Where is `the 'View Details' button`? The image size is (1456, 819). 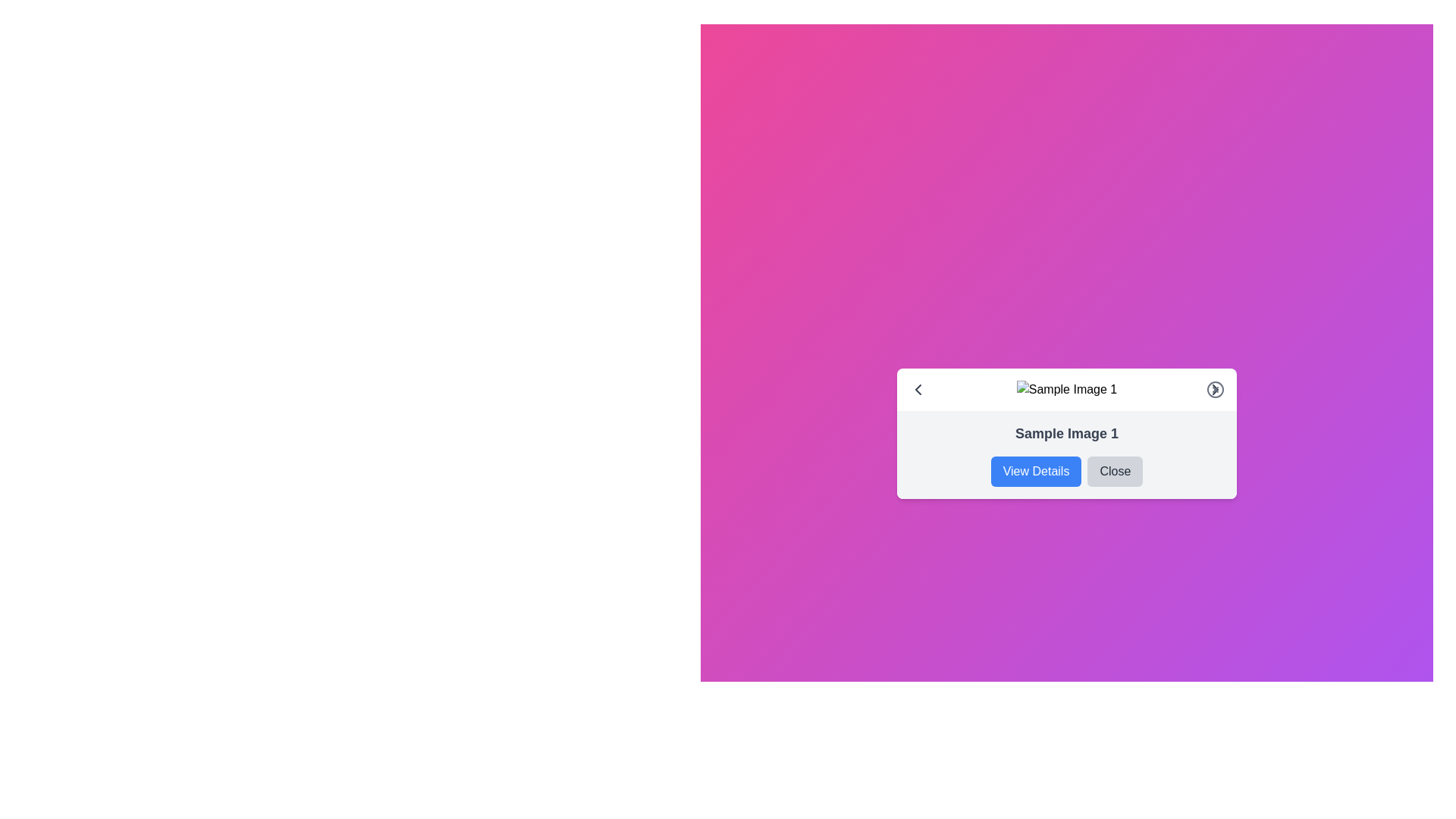
the 'View Details' button is located at coordinates (1035, 470).